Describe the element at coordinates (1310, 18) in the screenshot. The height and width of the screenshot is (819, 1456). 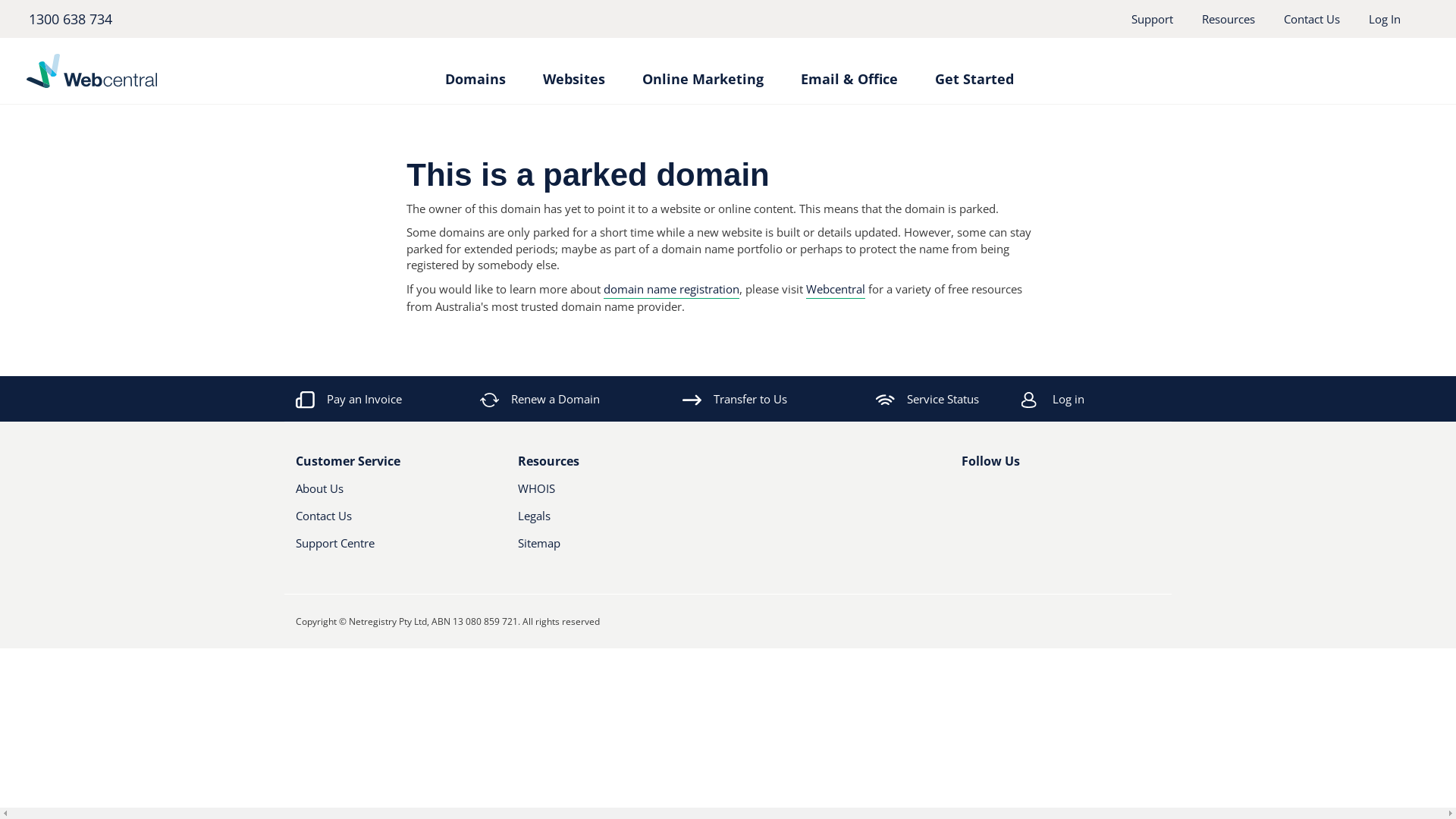
I see `'Contact Us'` at that location.